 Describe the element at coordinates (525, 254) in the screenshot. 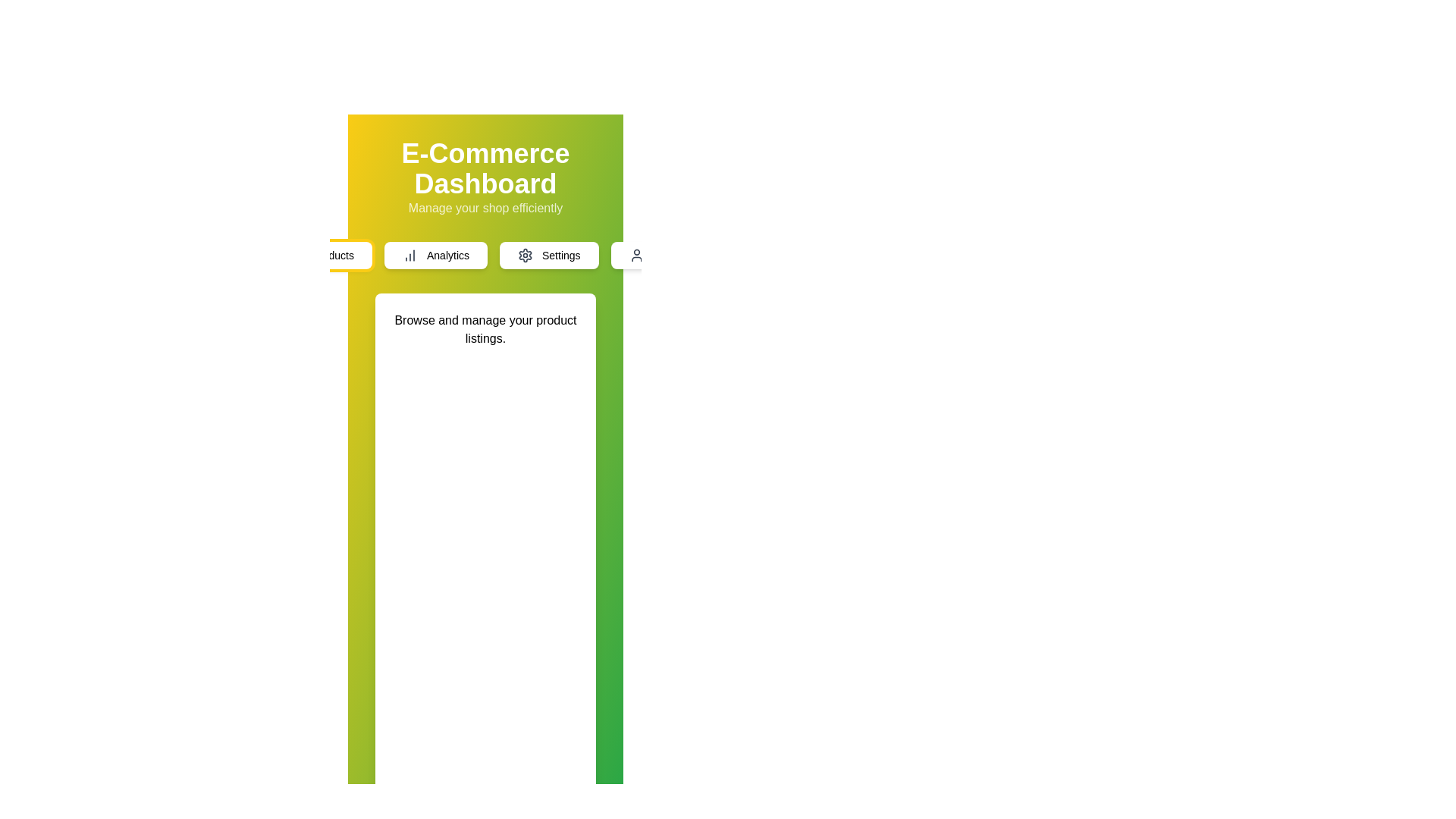

I see `the gray gear-shaped icon representing the settings option located to the left of the 'Settings' text label in the horizontal navigation bar` at that location.